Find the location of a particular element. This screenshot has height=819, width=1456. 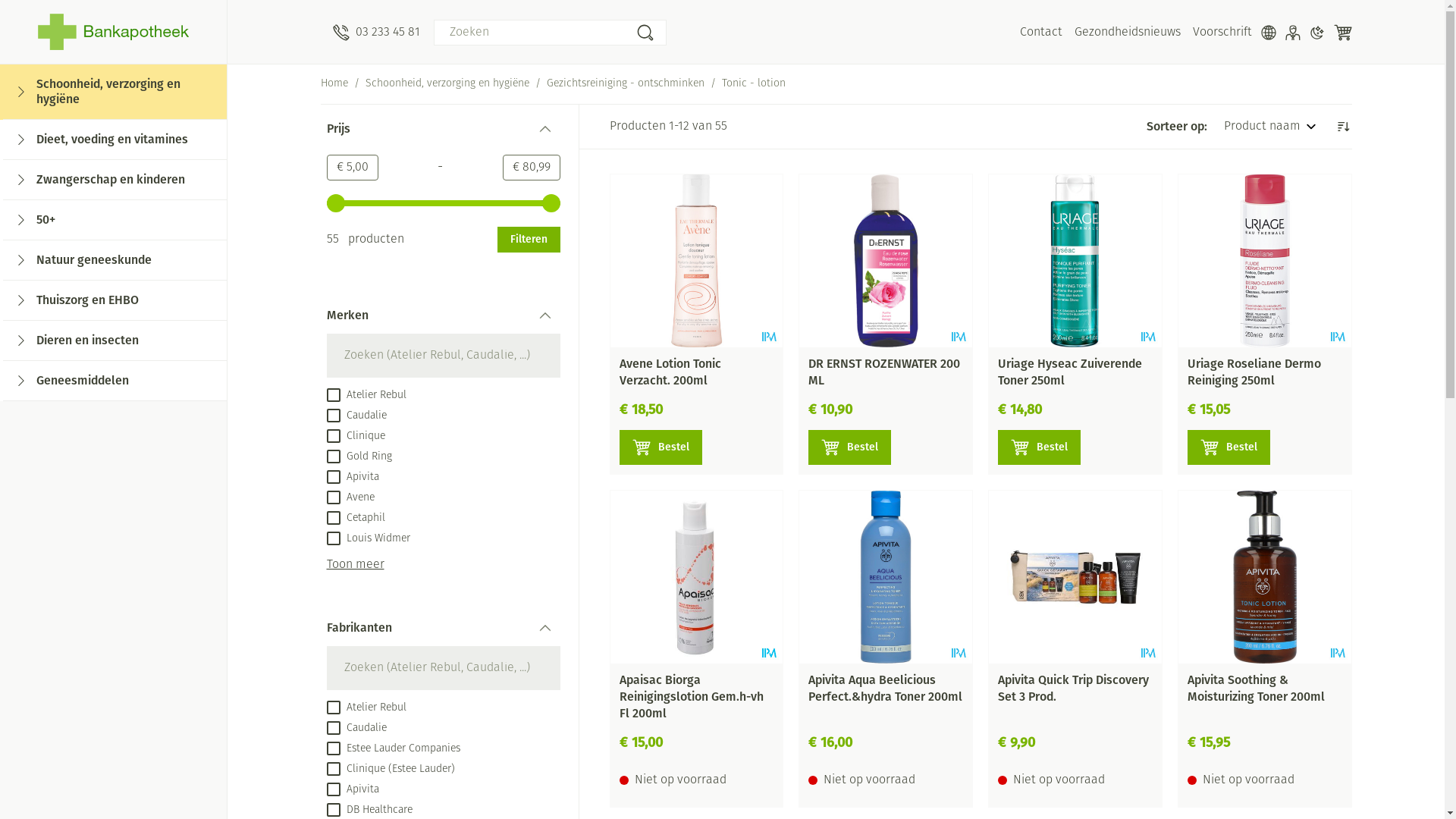

'Apivita Aqua Beelicious Perfect.&hydra Toner 200ml' is located at coordinates (885, 687).